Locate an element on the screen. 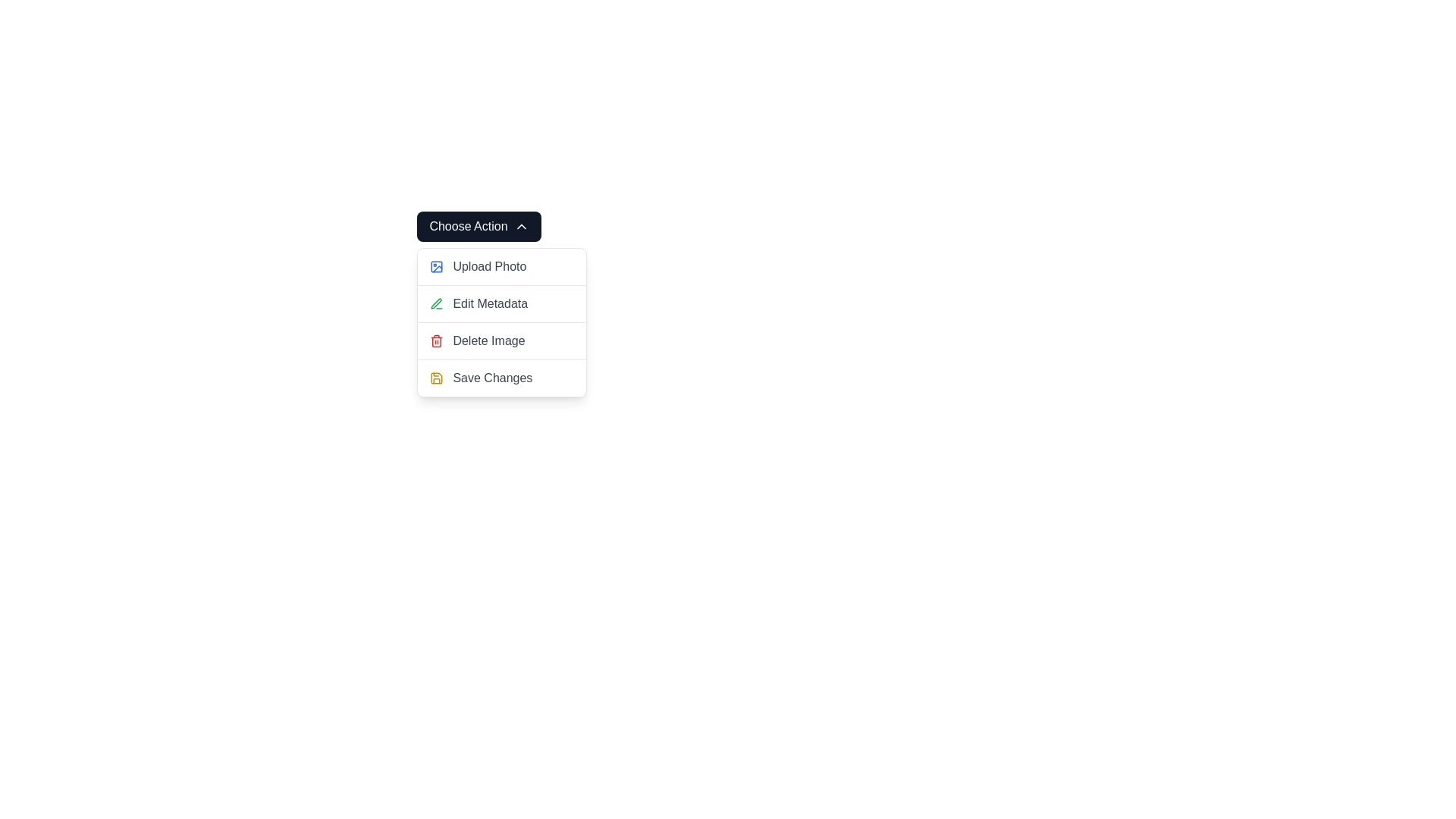  the 'Save Changes' button, which is the fourth item in a dropdown menu, featuring a yellow floppy disk icon to its left is located at coordinates (492, 377).